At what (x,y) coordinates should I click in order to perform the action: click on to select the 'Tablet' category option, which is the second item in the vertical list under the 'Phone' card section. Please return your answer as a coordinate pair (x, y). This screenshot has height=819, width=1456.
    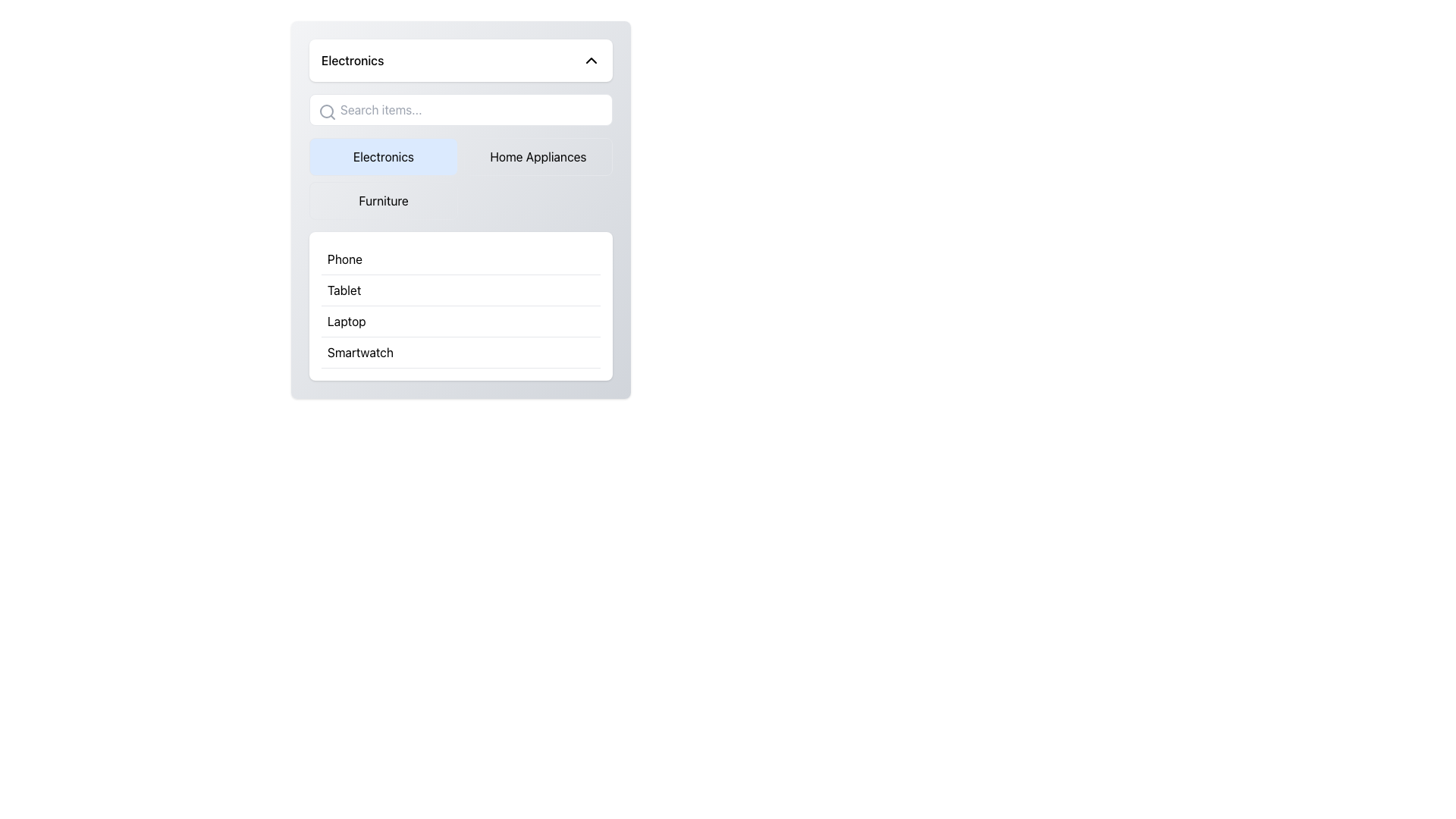
    Looking at the image, I should click on (460, 290).